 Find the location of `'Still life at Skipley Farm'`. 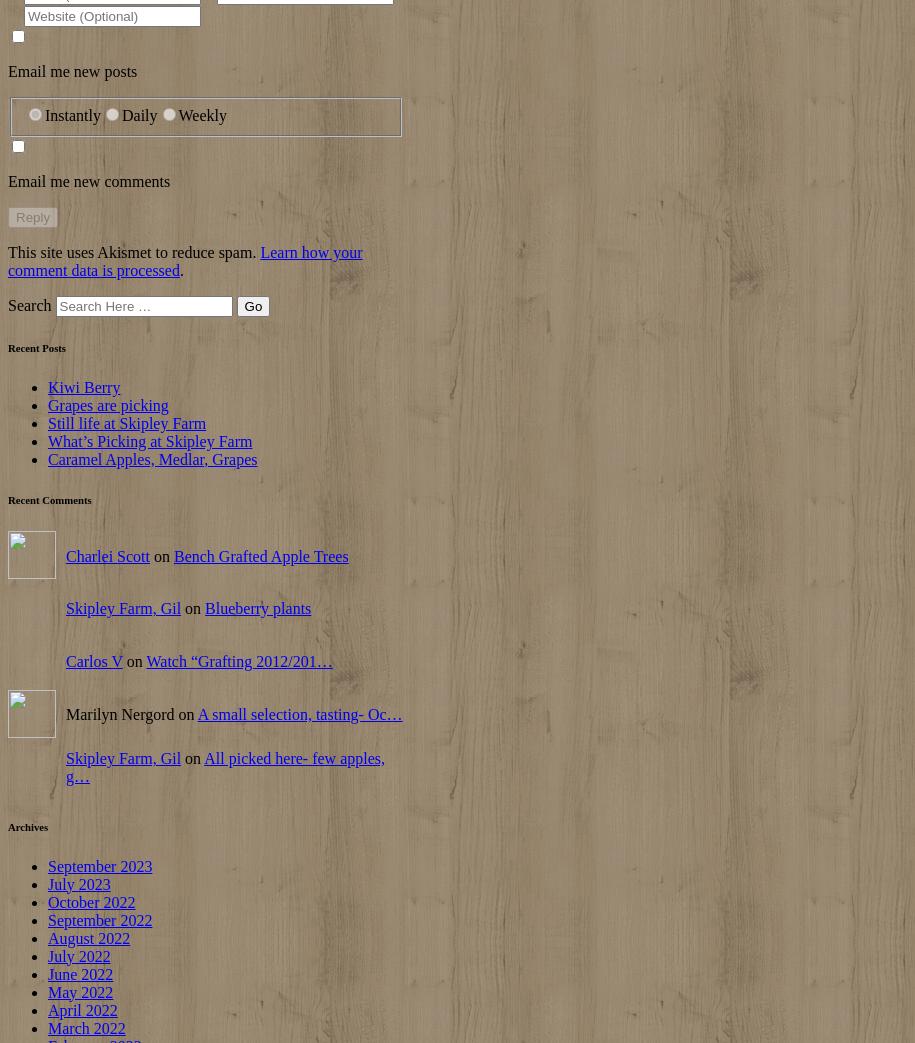

'Still life at Skipley Farm' is located at coordinates (127, 422).